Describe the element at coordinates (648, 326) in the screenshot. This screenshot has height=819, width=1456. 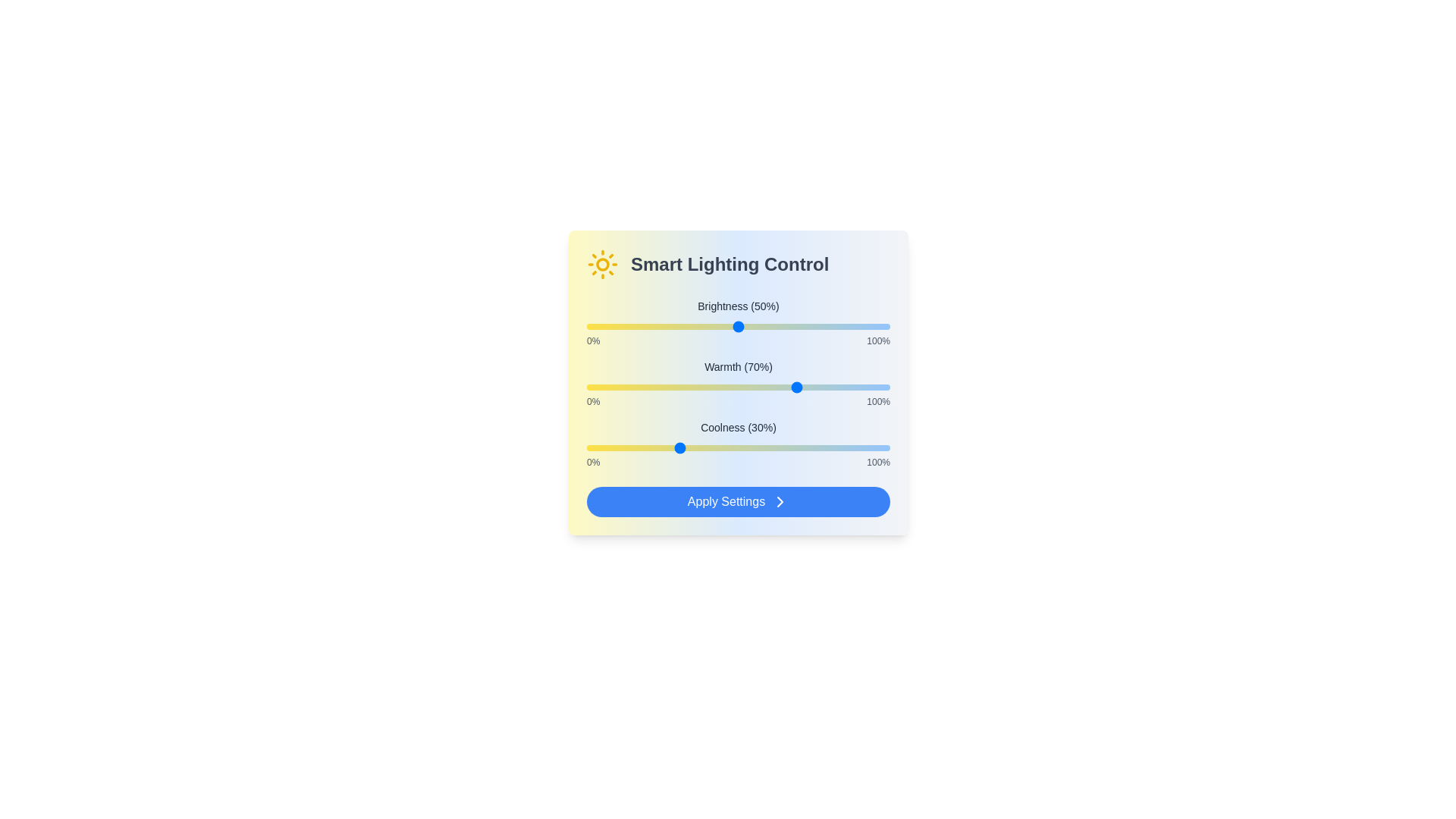
I see `the brightness slider to 20%` at that location.